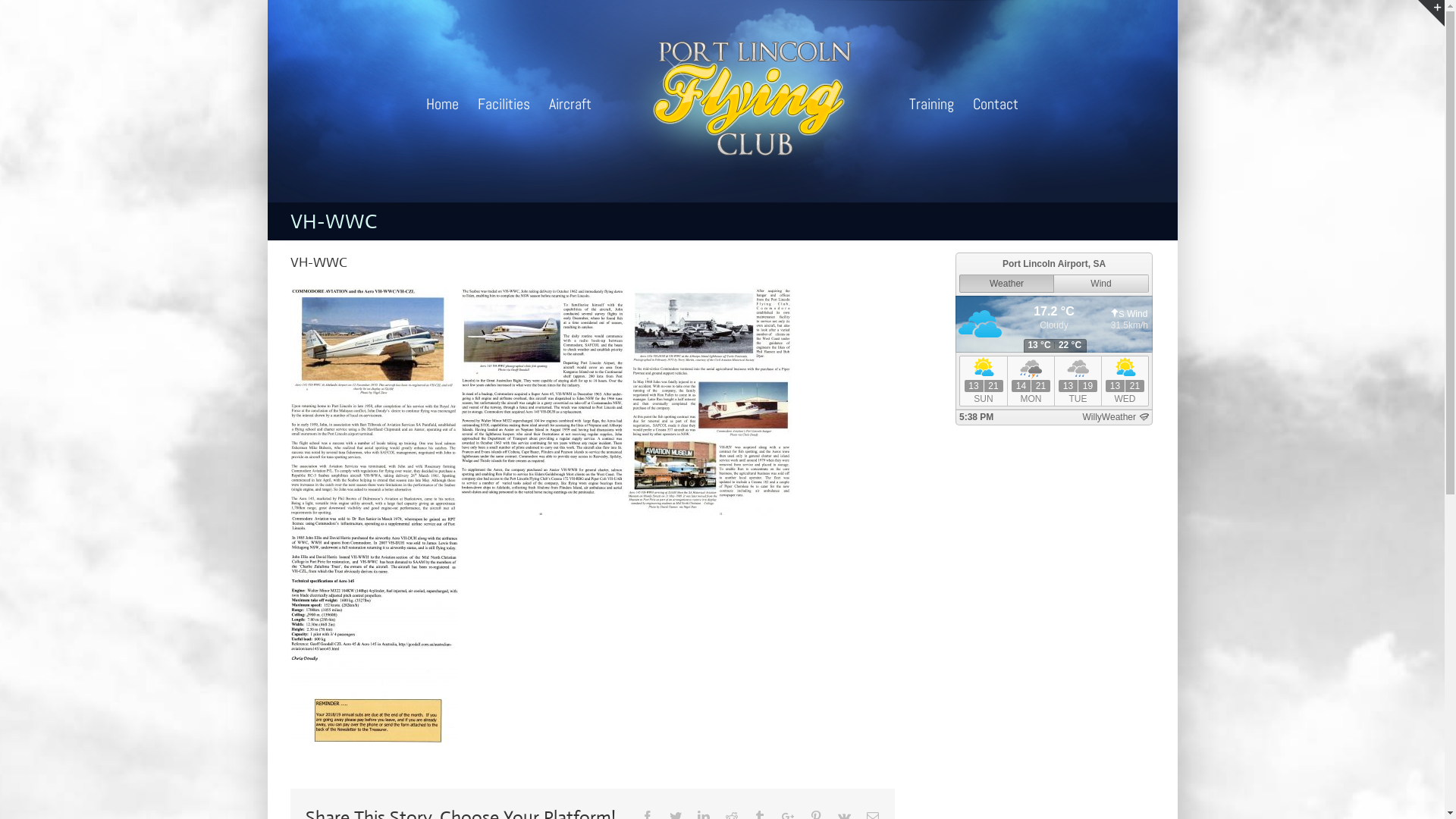 This screenshot has width=1456, height=819. What do you see at coordinates (476, 102) in the screenshot?
I see `'Facilities'` at bounding box center [476, 102].